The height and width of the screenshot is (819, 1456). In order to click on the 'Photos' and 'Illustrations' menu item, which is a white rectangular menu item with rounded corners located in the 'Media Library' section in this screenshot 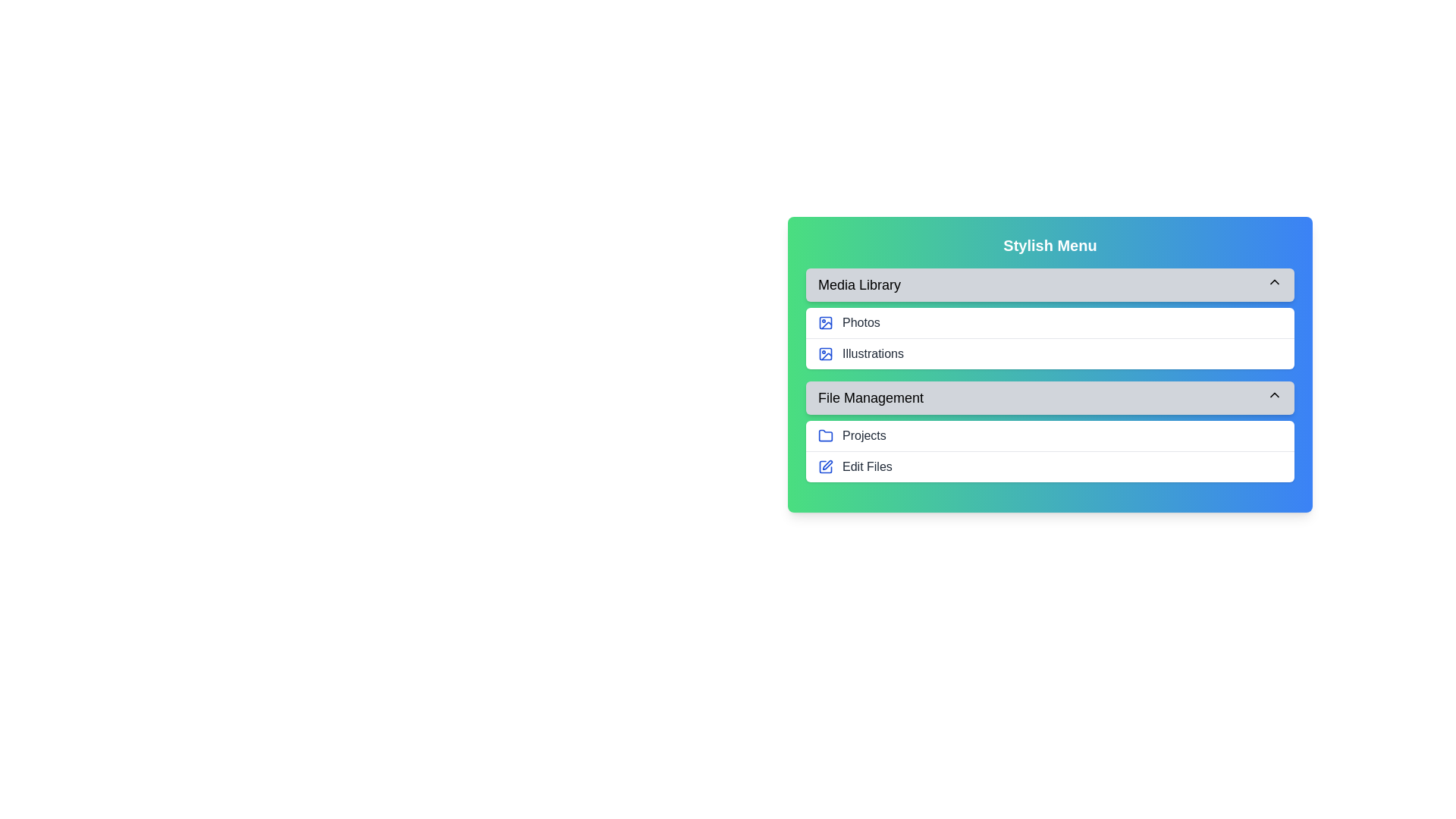, I will do `click(1050, 337)`.